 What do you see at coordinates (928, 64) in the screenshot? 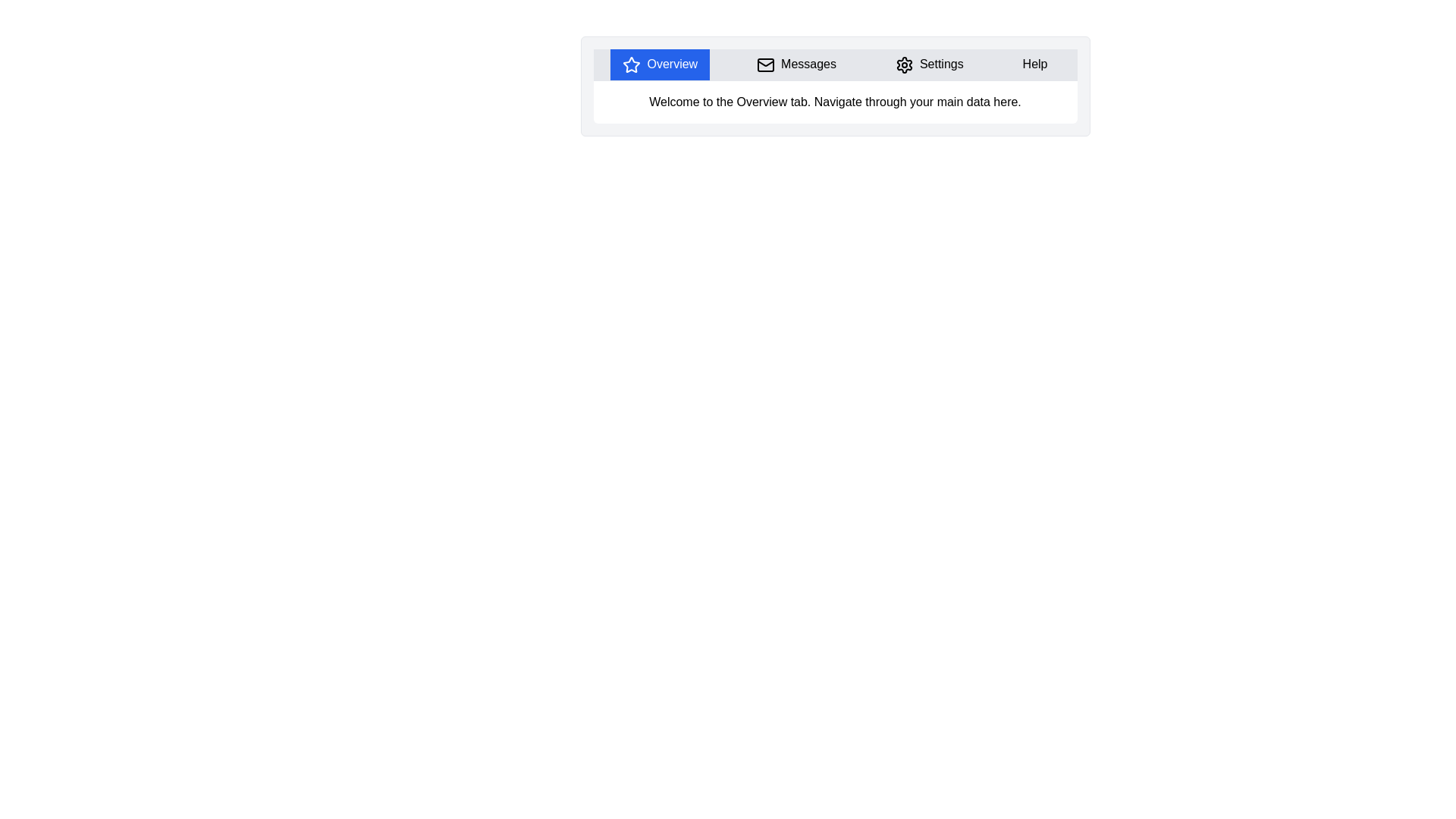
I see `the tab labeled Settings to observe its hover effects` at bounding box center [928, 64].